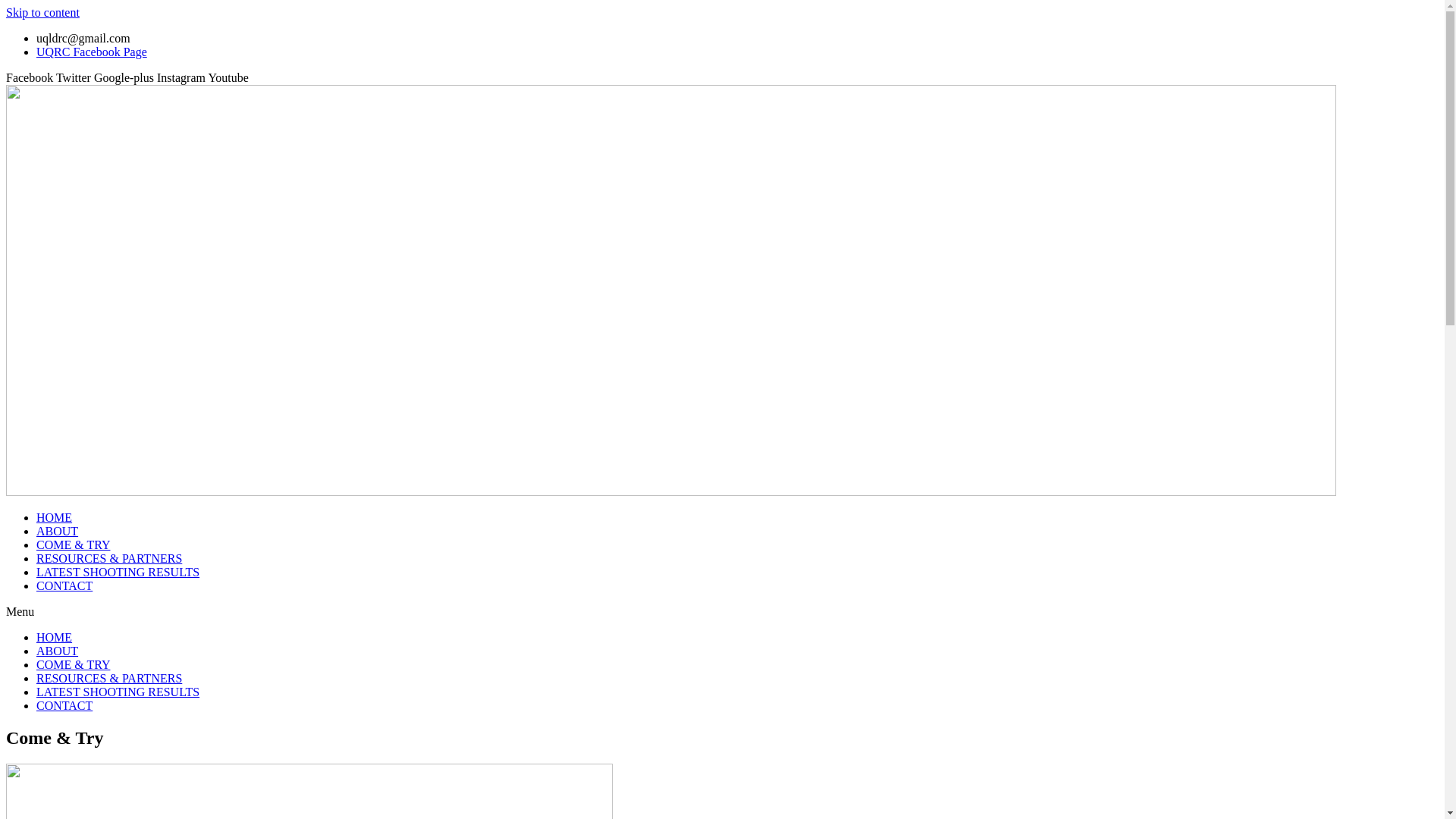  I want to click on 'Youtube', so click(227, 77).